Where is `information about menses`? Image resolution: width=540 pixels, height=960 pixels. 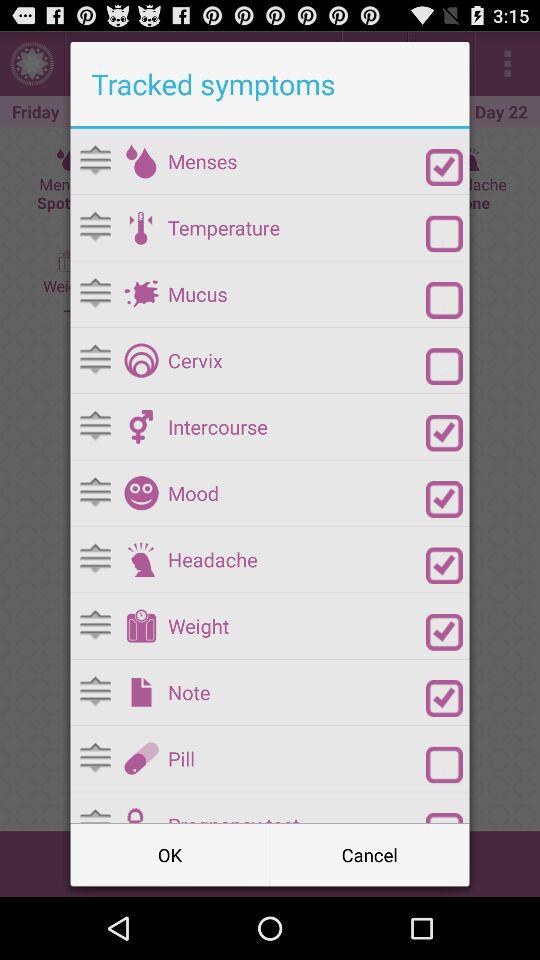 information about menses is located at coordinates (140, 160).